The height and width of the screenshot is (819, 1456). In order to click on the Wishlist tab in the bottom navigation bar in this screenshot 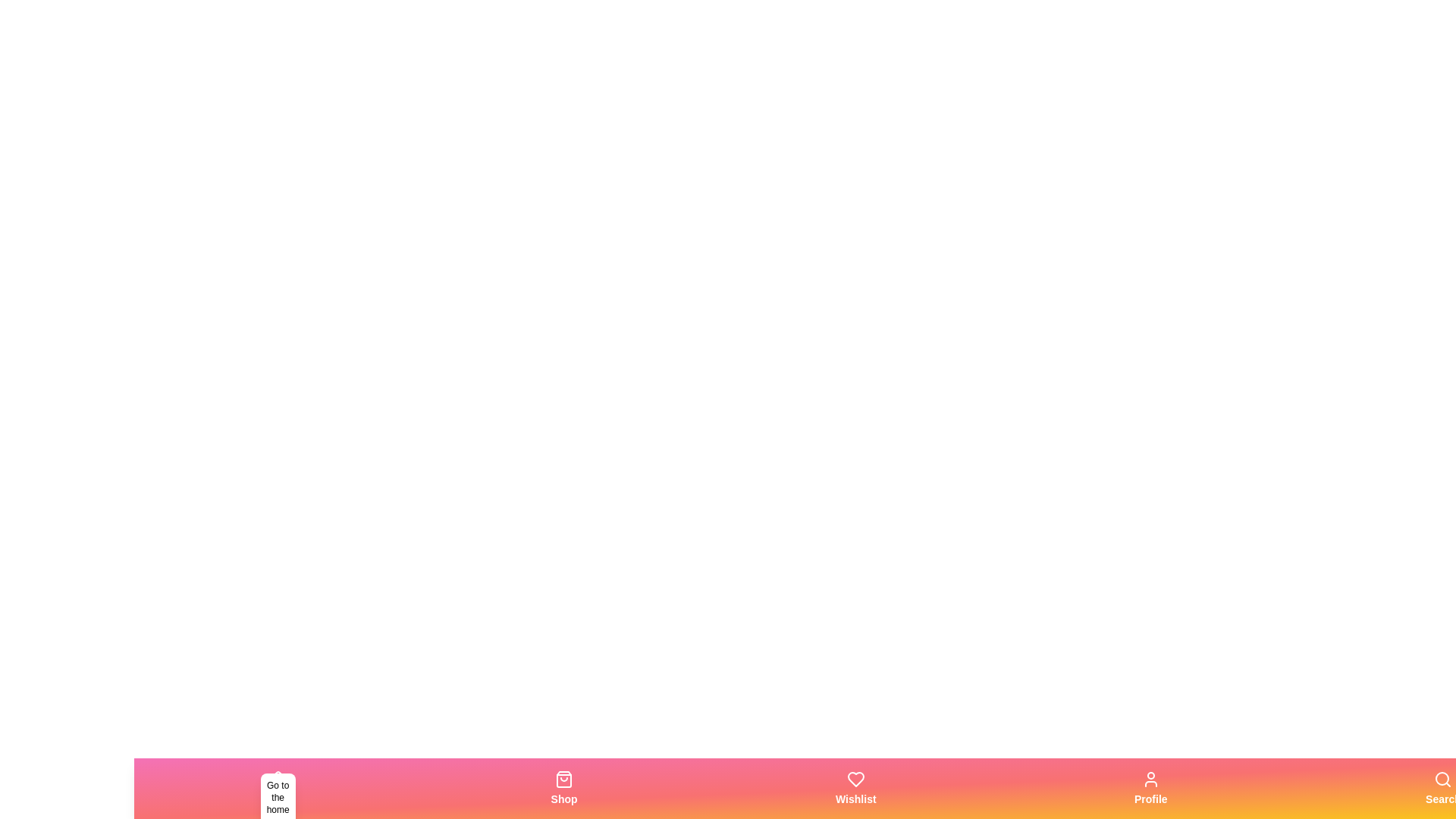, I will do `click(855, 788)`.